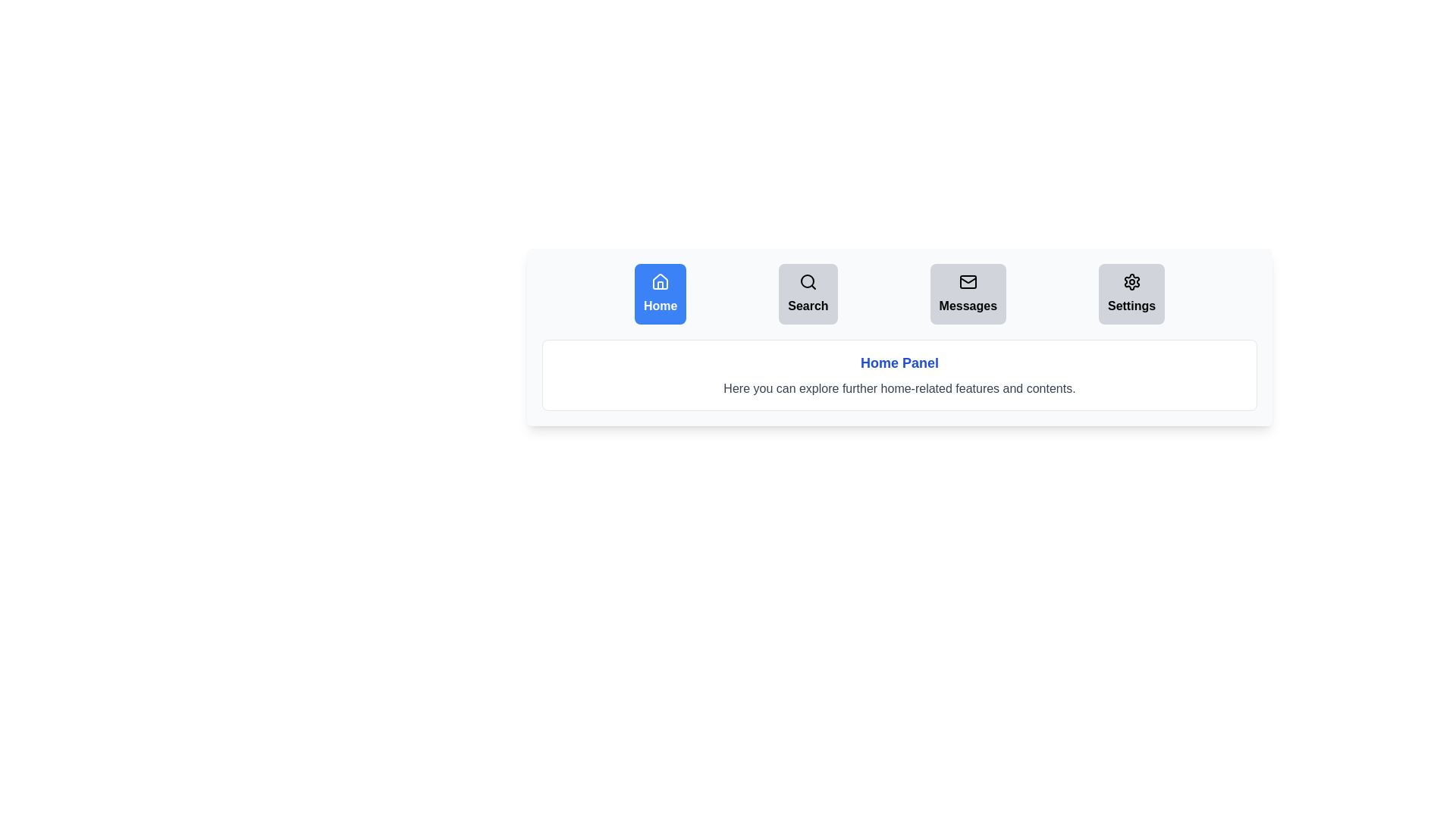 The height and width of the screenshot is (819, 1456). Describe the element at coordinates (661, 281) in the screenshot. I see `the 'Home' SVG icon located at the center of the 'Home' button to activate the tooltip or focus state` at that location.